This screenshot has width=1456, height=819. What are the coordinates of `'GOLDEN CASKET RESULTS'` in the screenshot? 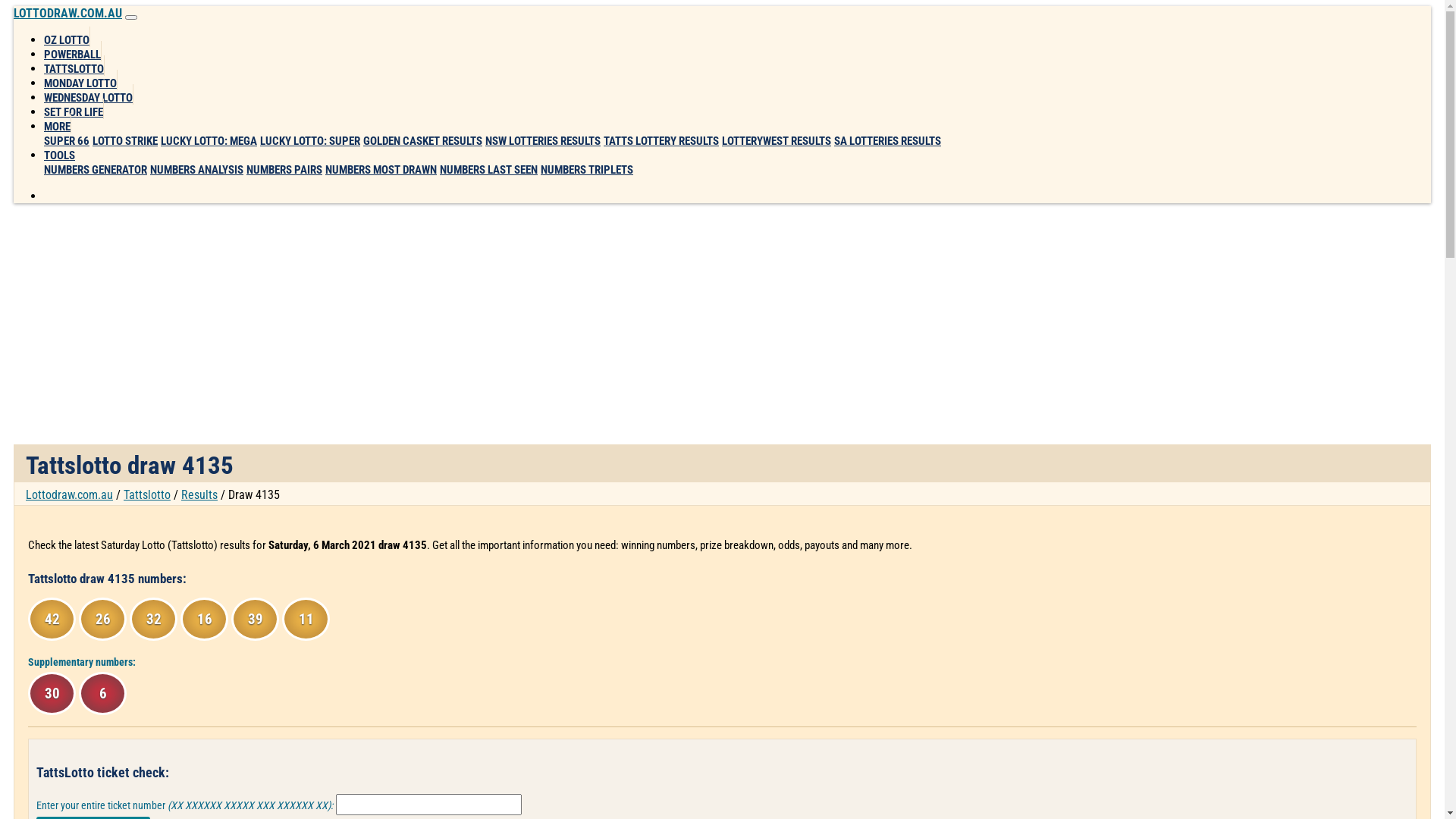 It's located at (422, 140).